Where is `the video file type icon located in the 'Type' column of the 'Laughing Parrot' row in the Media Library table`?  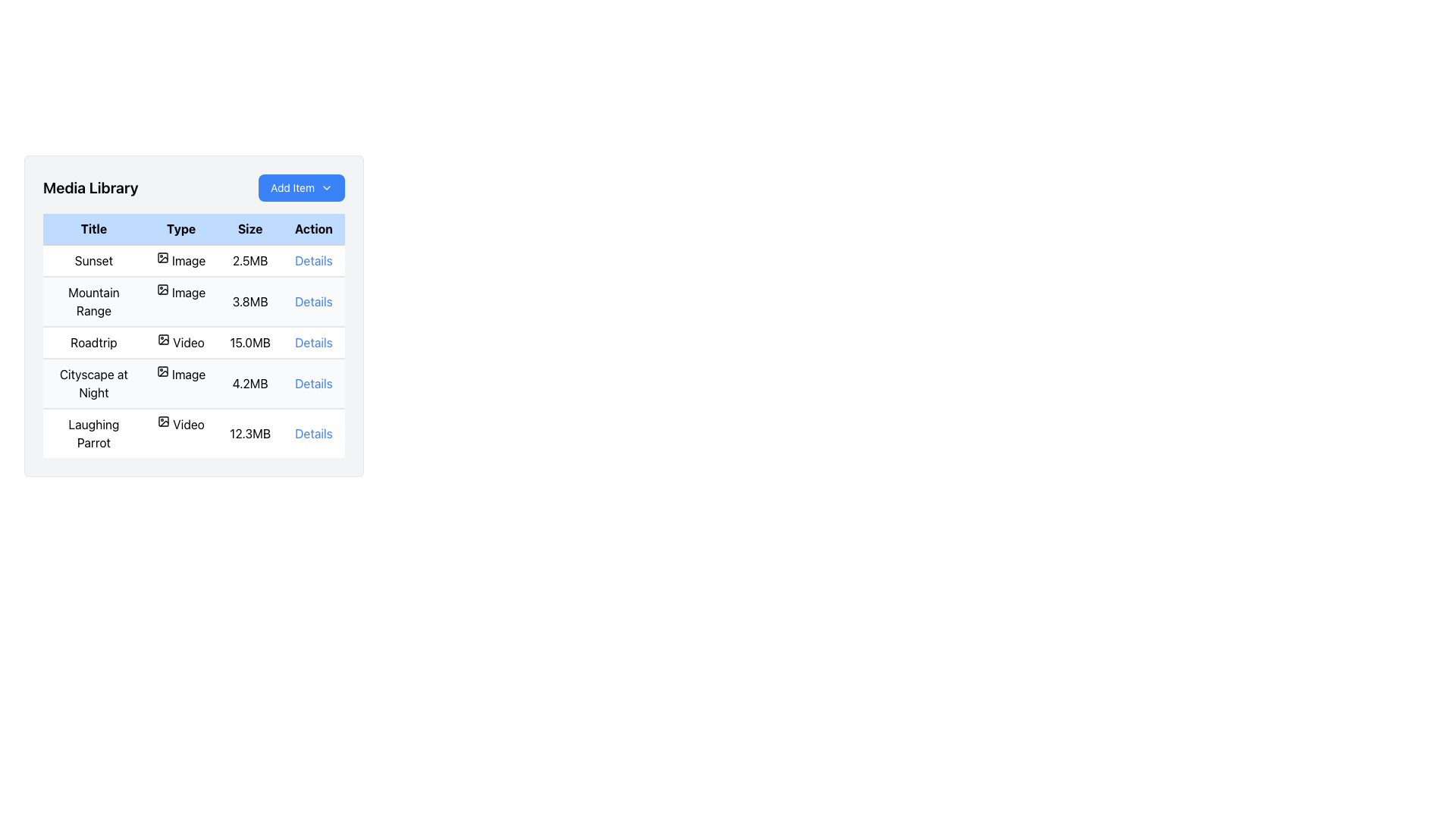 the video file type icon located in the 'Type' column of the 'Laughing Parrot' row in the Media Library table is located at coordinates (164, 421).